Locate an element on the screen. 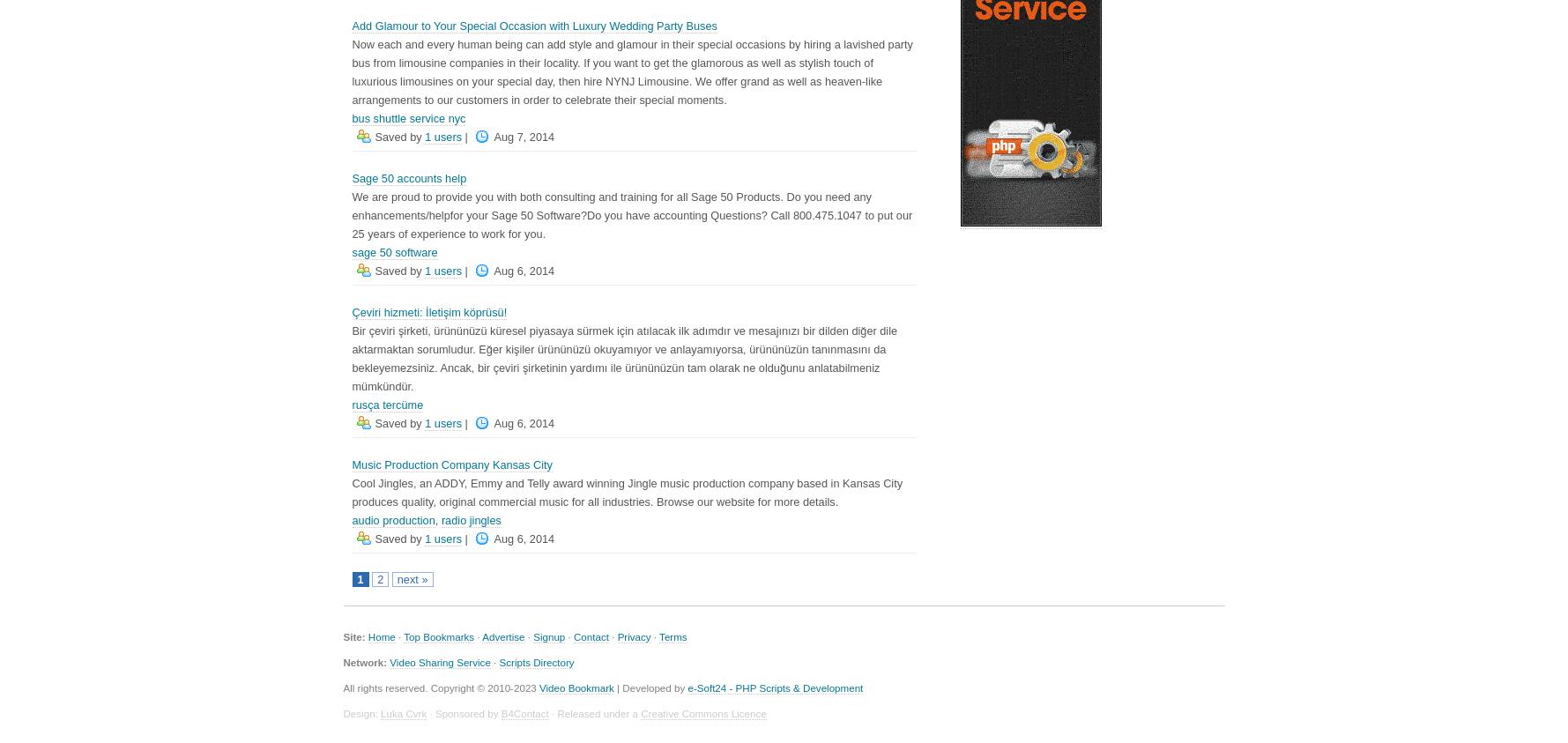  'Site:' is located at coordinates (353, 636).